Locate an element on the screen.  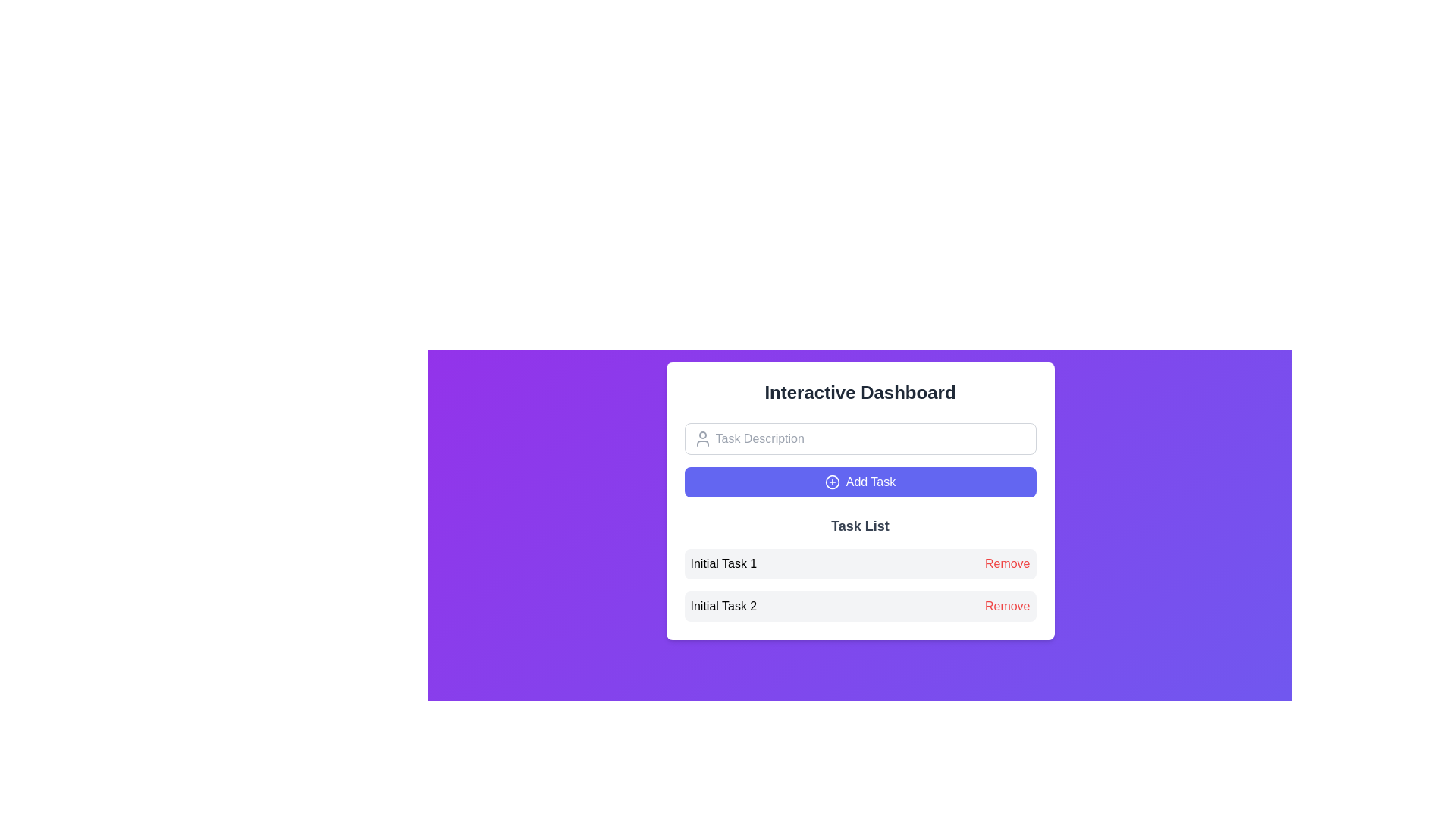
the button that allows users to remove 'Initial Task 2' from the task list is located at coordinates (1007, 605).